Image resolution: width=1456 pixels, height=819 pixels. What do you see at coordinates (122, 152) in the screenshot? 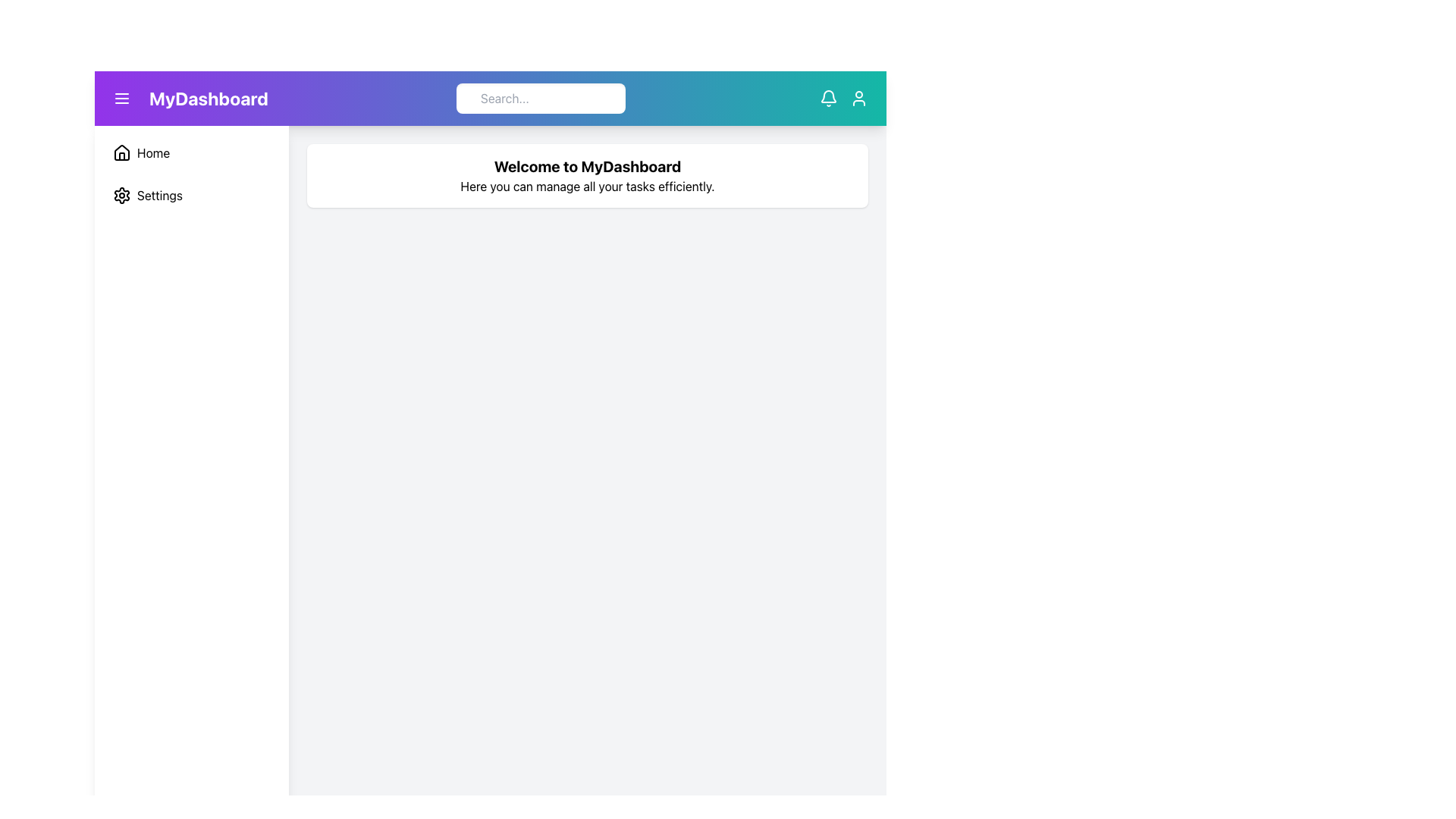
I see `the 'Home' icon in the navigation menu` at bounding box center [122, 152].